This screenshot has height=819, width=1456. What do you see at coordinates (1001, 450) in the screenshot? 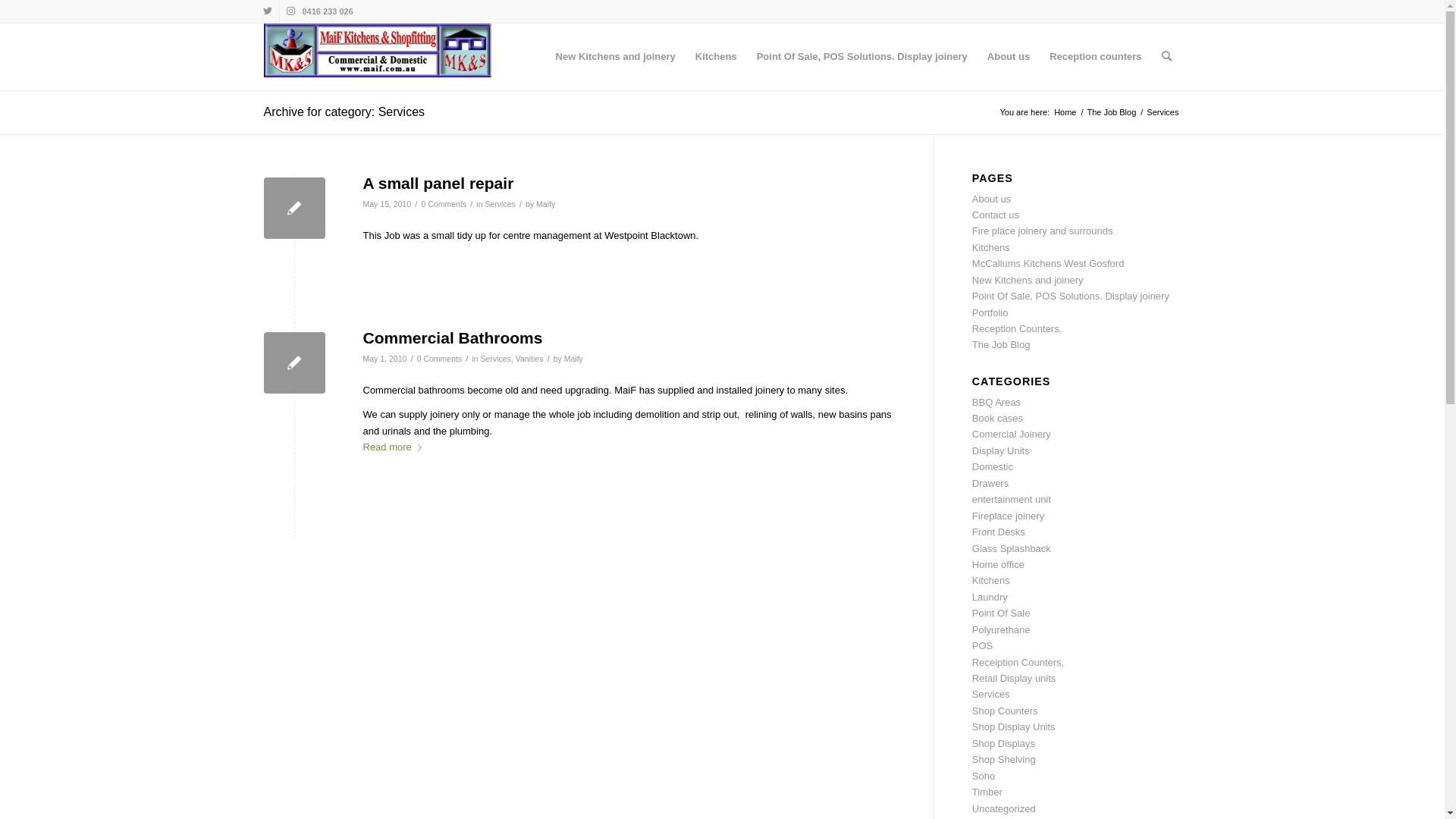
I see `'Display Units'` at bounding box center [1001, 450].